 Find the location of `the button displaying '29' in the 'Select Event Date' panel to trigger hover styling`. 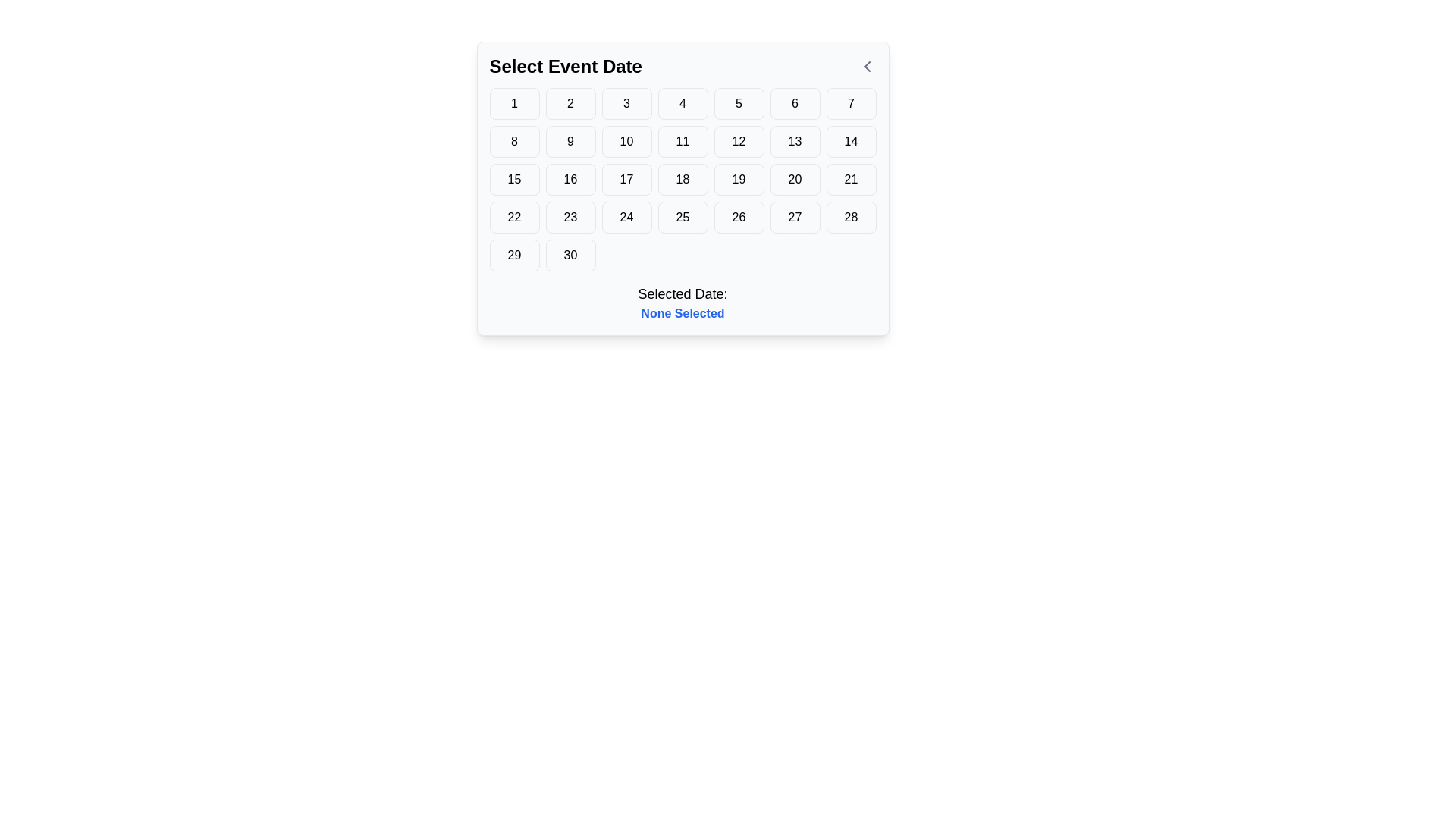

the button displaying '29' in the 'Select Event Date' panel to trigger hover styling is located at coordinates (514, 254).